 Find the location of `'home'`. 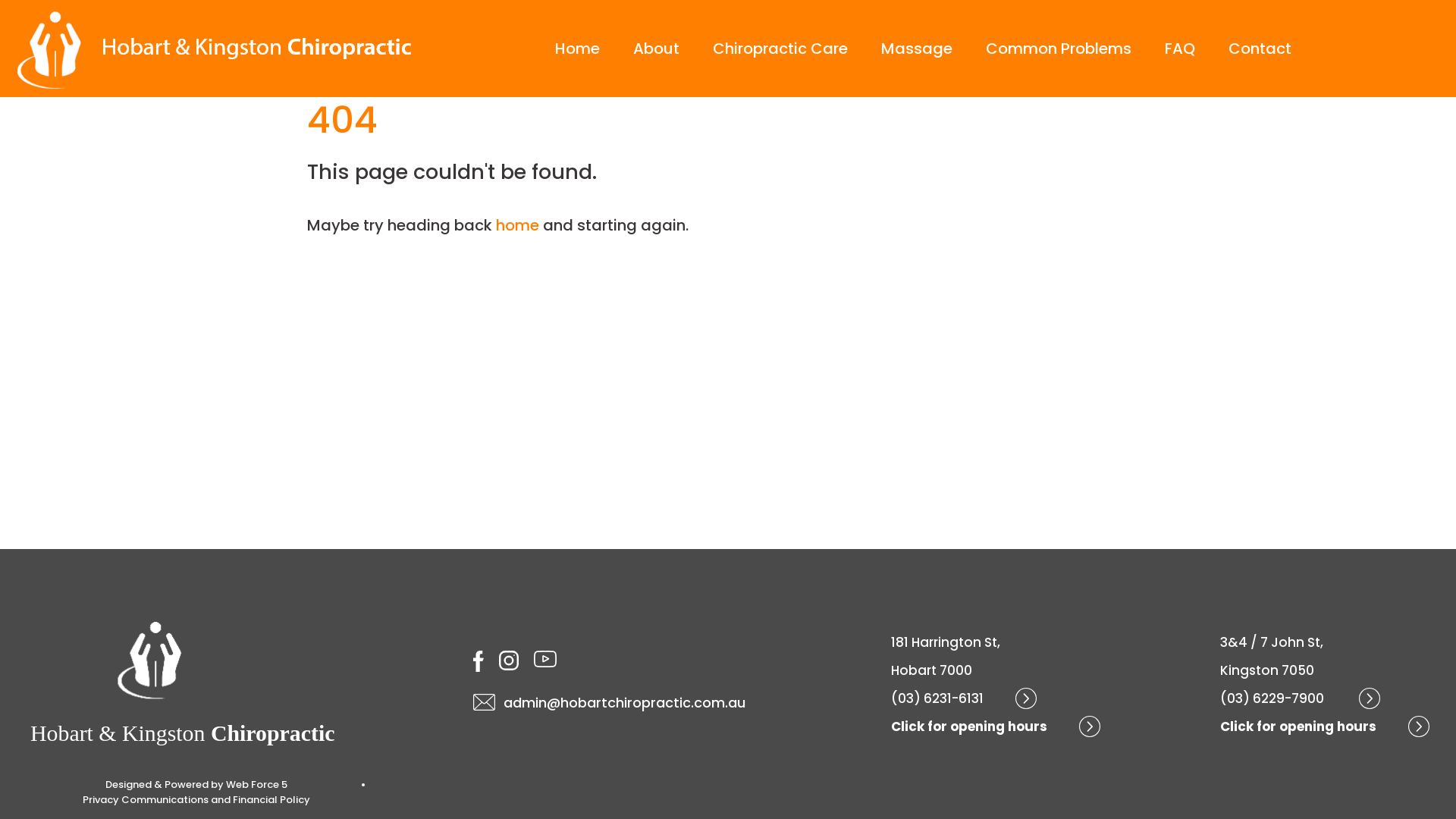

'home' is located at coordinates (517, 225).